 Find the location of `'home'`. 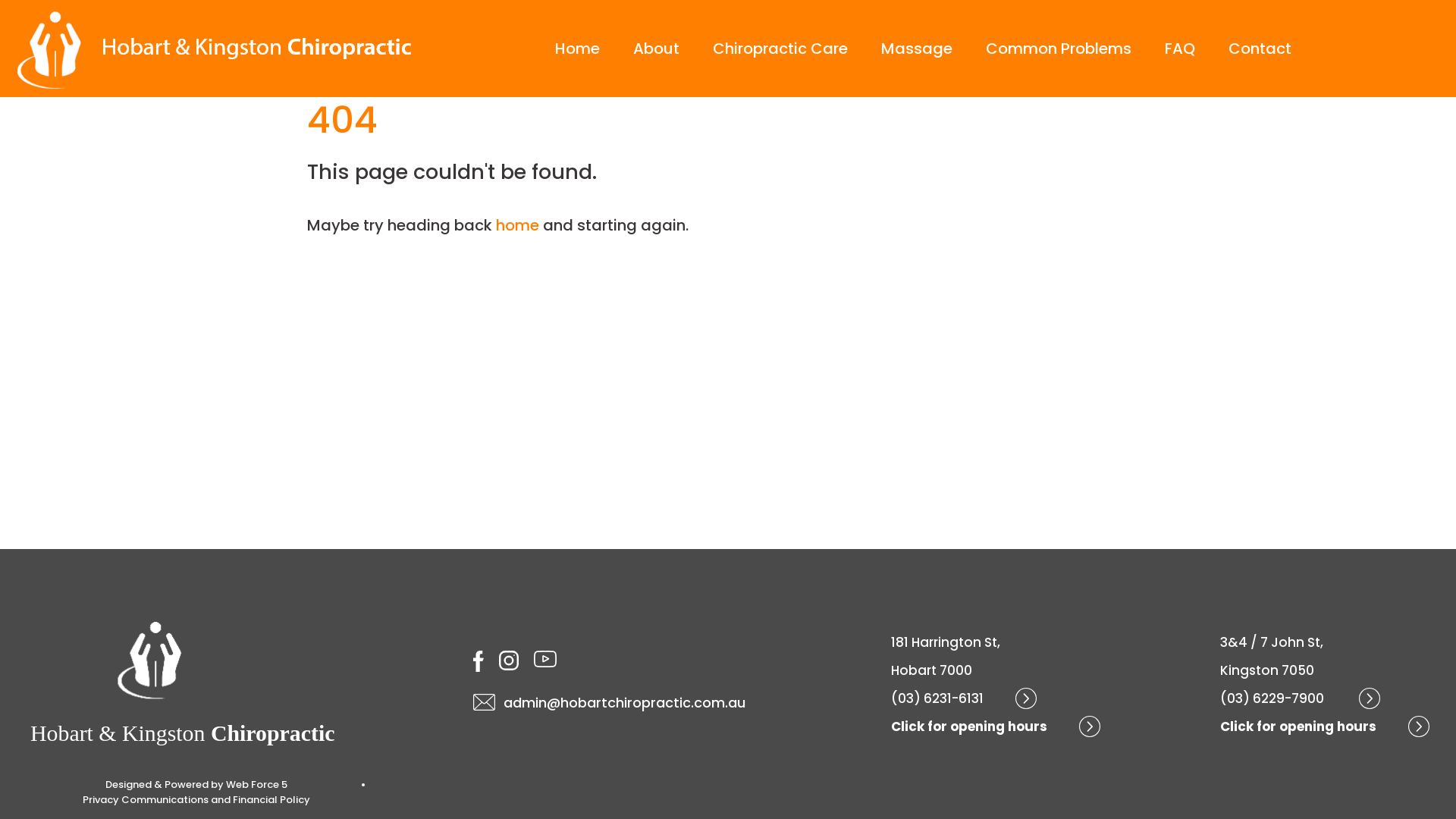

'home' is located at coordinates (517, 225).